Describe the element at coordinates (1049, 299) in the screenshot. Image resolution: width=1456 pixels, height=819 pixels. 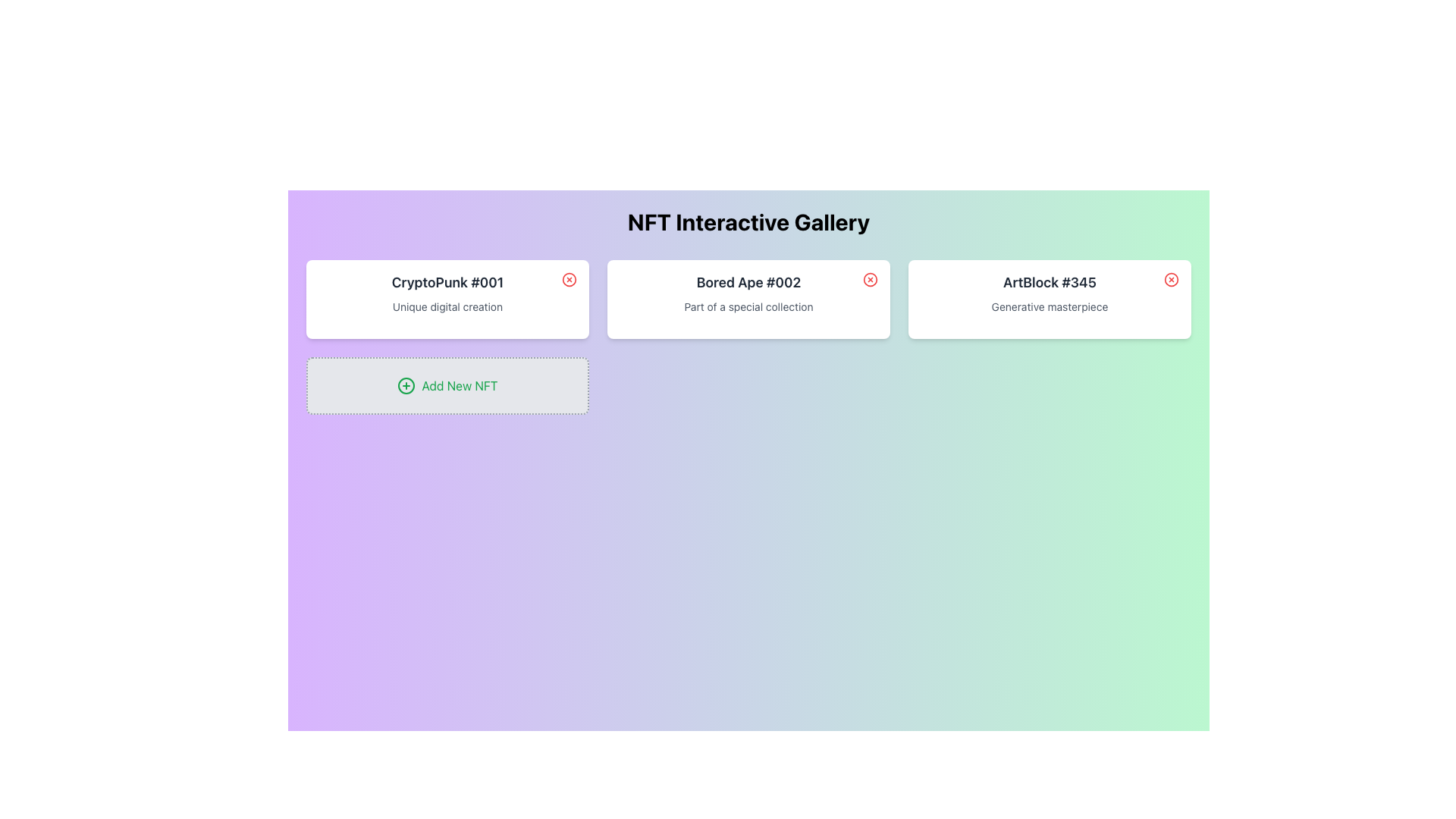
I see `the Information Card displaying an NFT item, which is the third card in a horizontal grid, located to the right of the 'Bored Ape #002' card` at that location.